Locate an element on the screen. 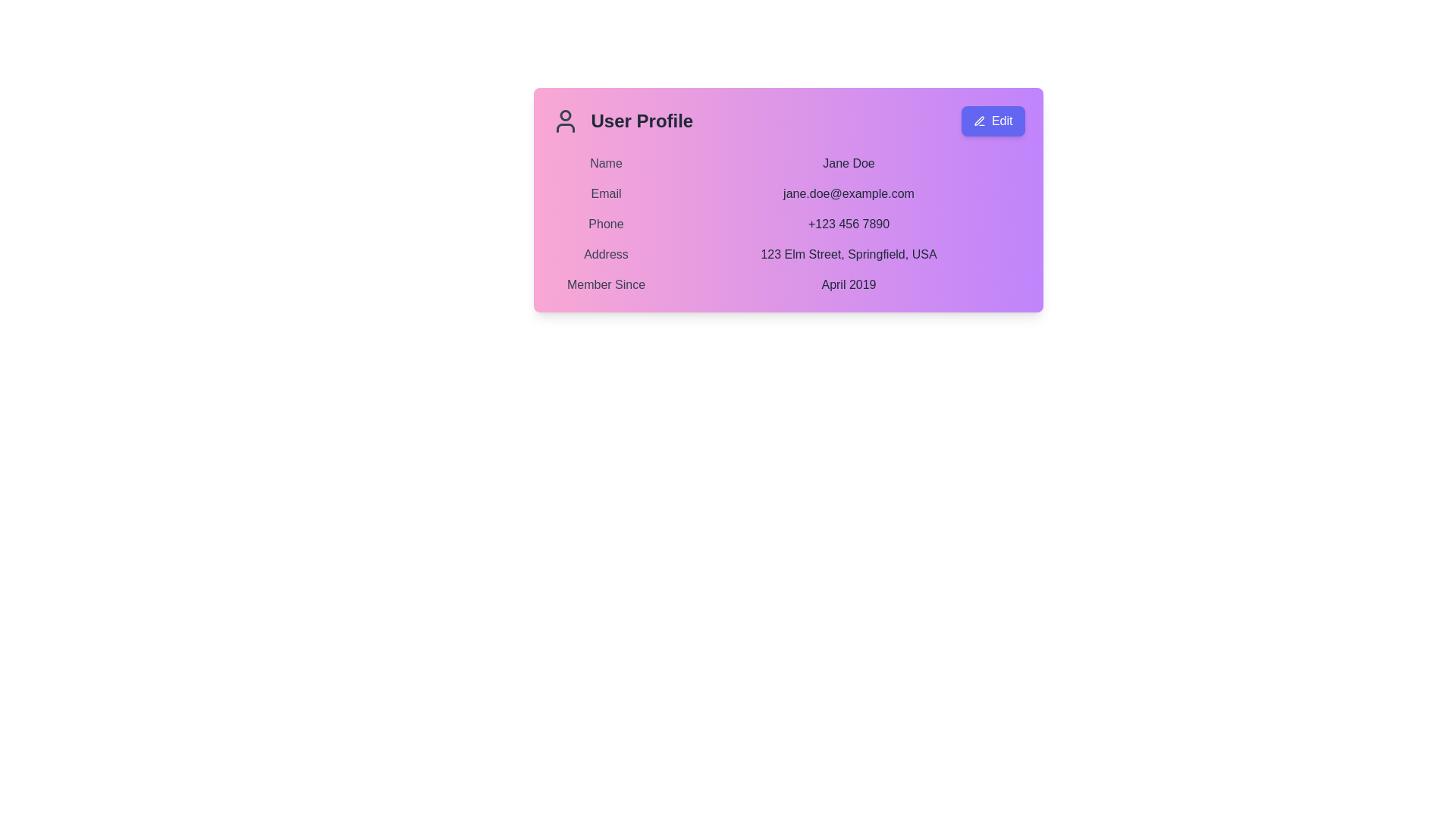  the 'Address' text display element, which consists of the label 'Address' on the left and the content '123 Elm Street, Springfield, USA' on the right, located in the fourth row of a vertically stacked list layout is located at coordinates (788, 253).